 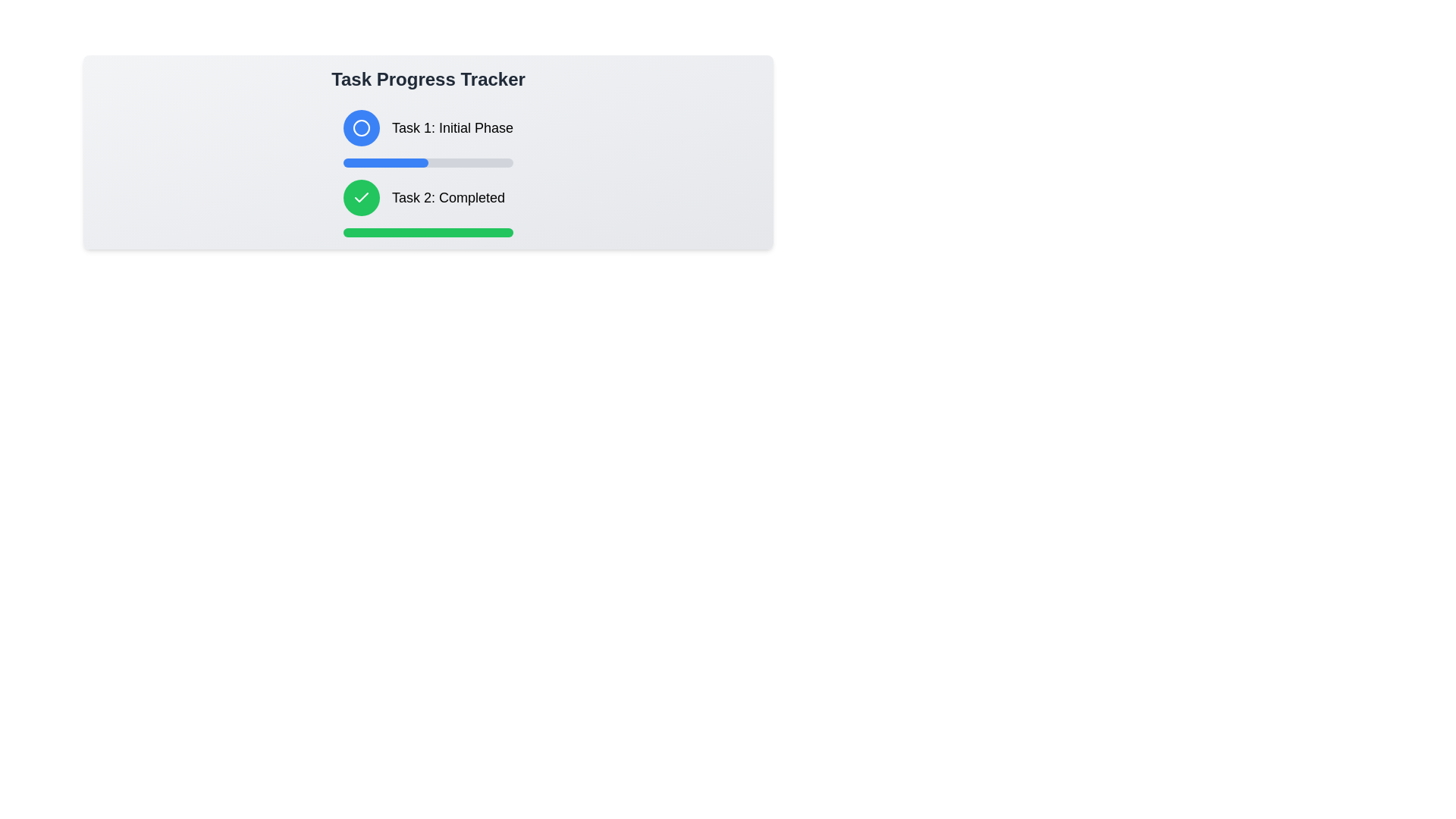 What do you see at coordinates (451, 127) in the screenshot?
I see `the text label for the first task in the task progress tracker, which is positioned horizontally adjacent to a circular blue icon` at bounding box center [451, 127].